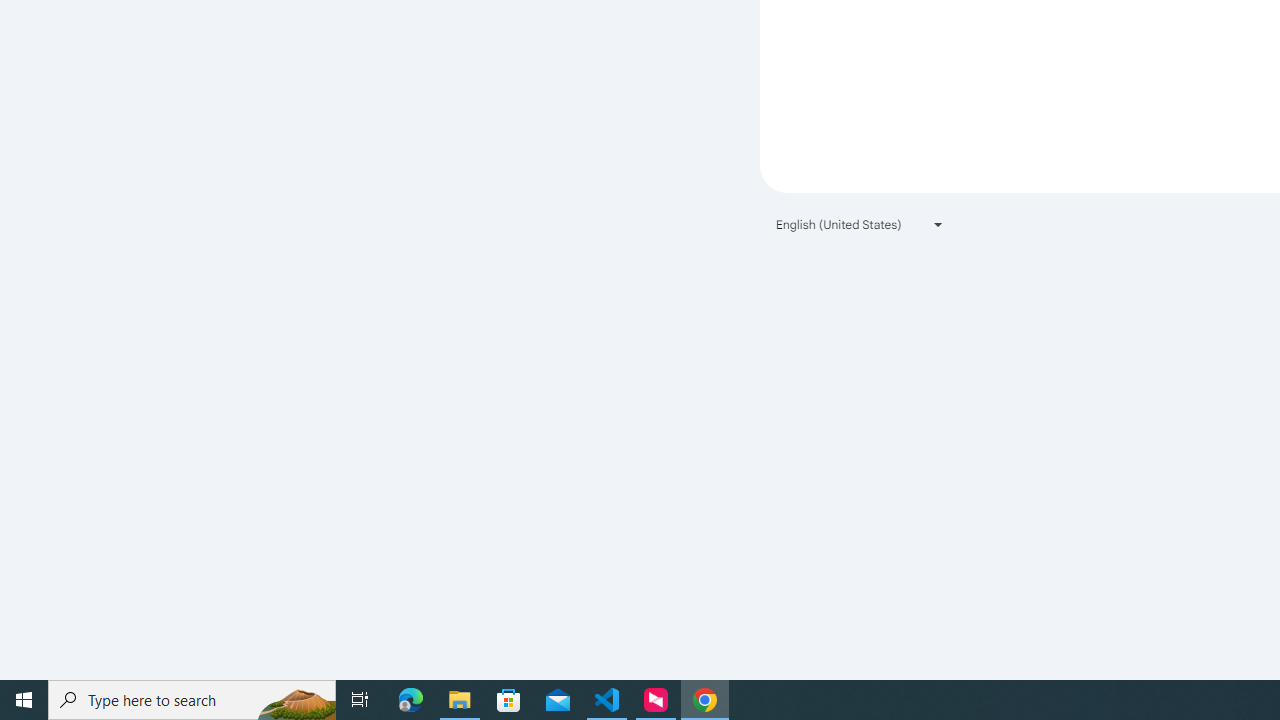 This screenshot has width=1280, height=720. Describe the element at coordinates (860, 224) in the screenshot. I see `'English (United States)'` at that location.